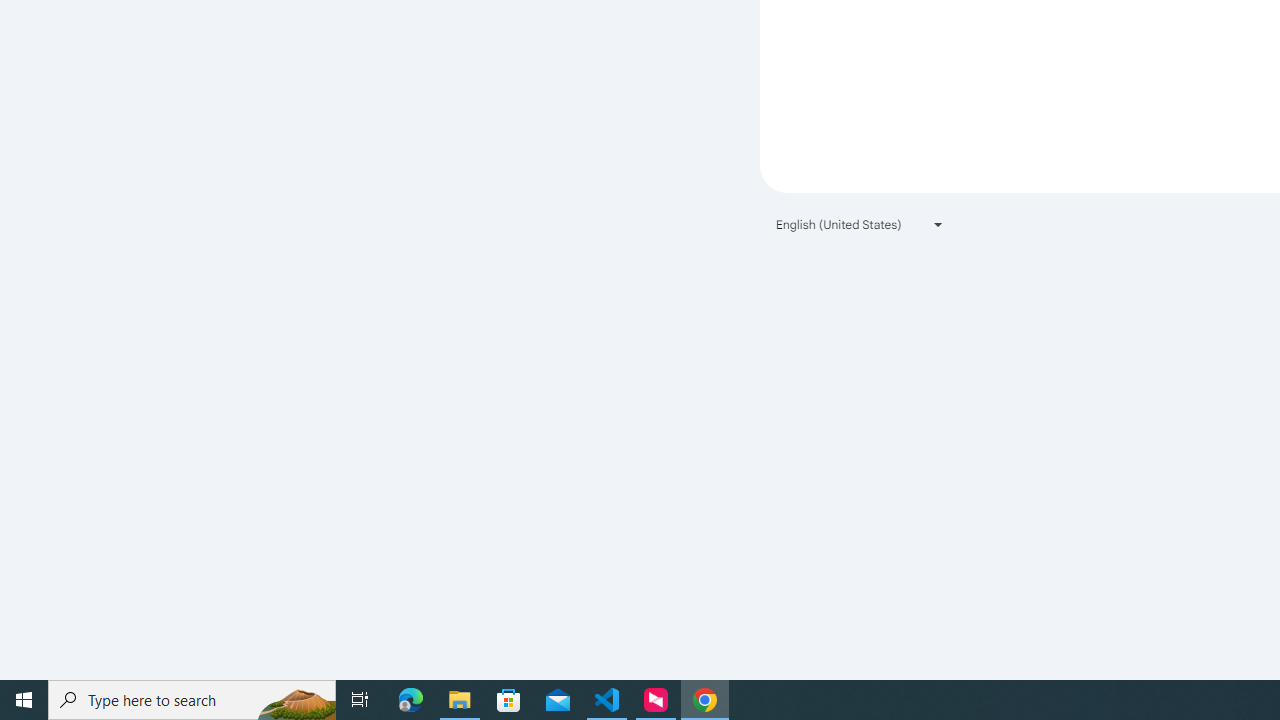 This screenshot has width=1280, height=720. Describe the element at coordinates (860, 224) in the screenshot. I see `'English (United States)'` at that location.